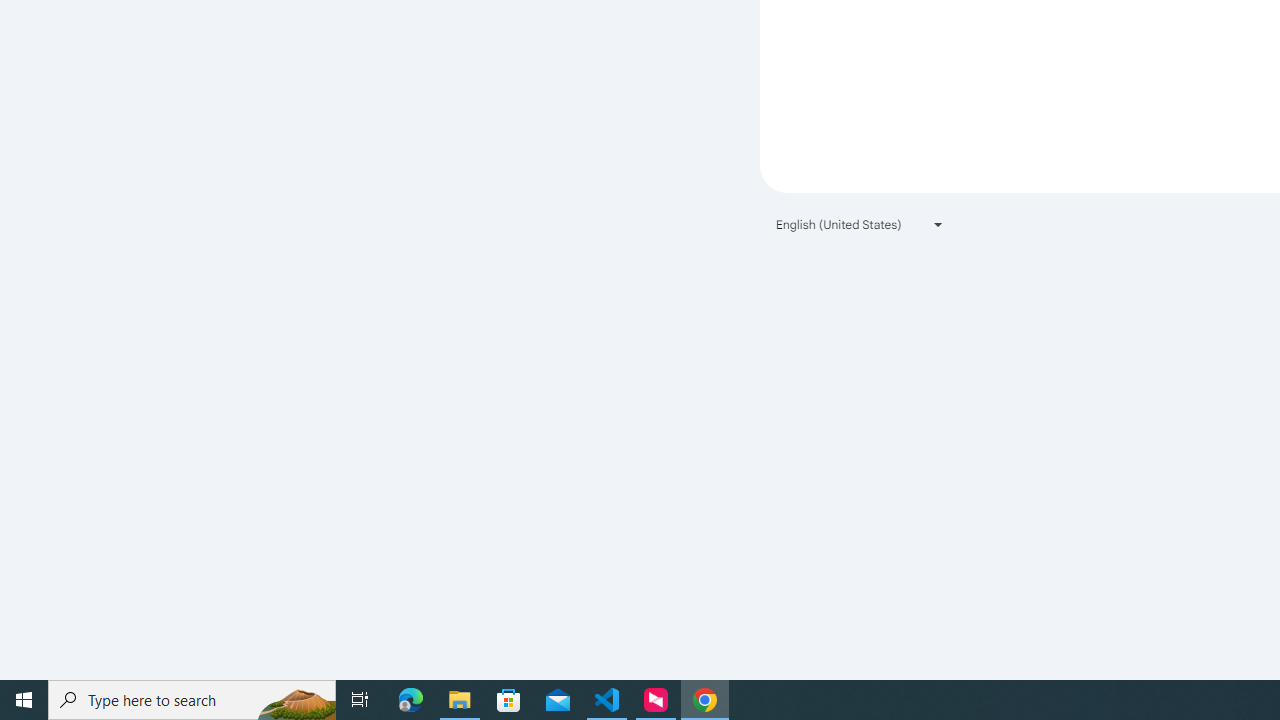 This screenshot has width=1280, height=720. Describe the element at coordinates (860, 224) in the screenshot. I see `'English (United States)'` at that location.